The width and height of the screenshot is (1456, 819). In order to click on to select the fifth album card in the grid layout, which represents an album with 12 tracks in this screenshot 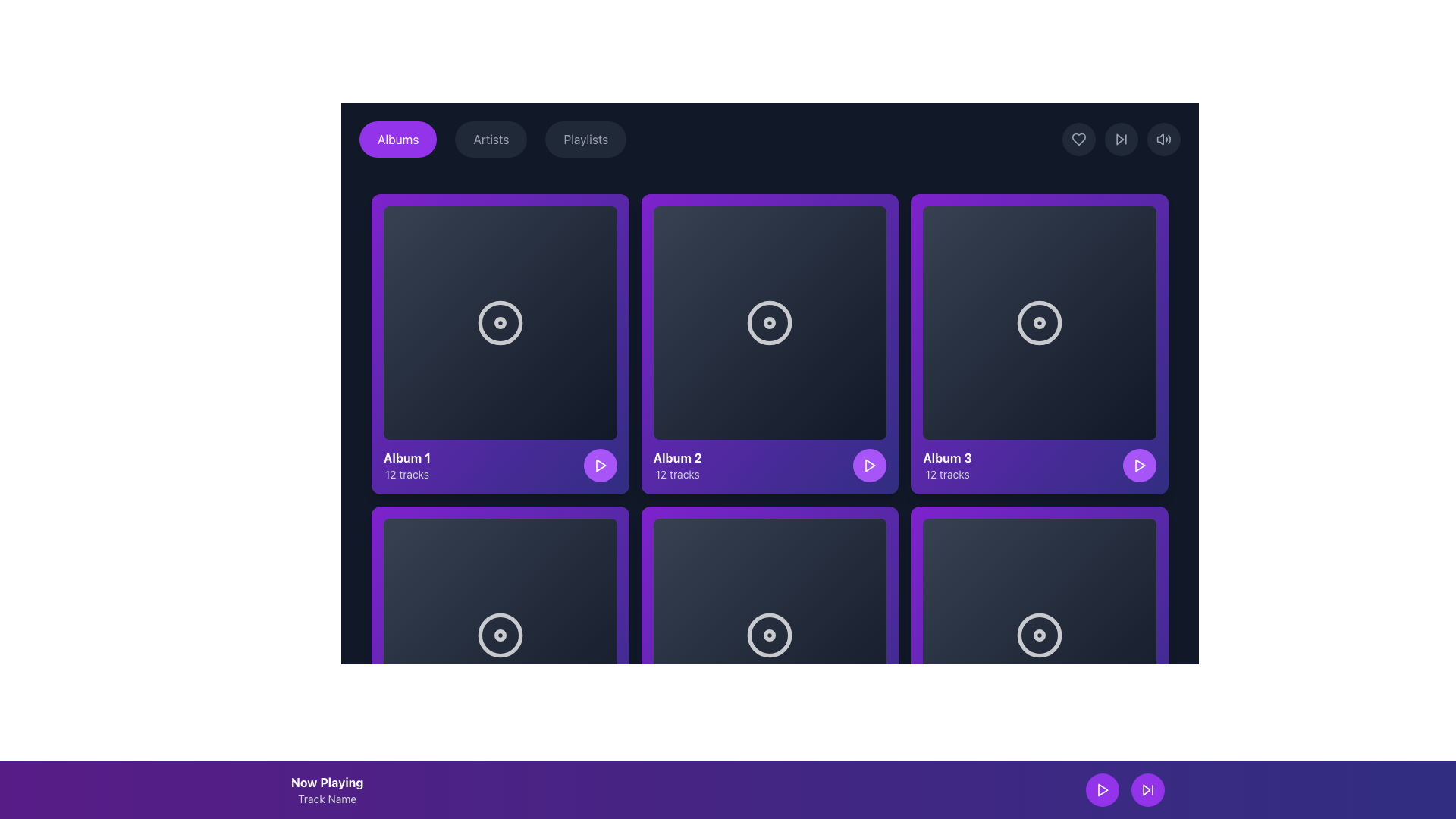, I will do `click(770, 655)`.